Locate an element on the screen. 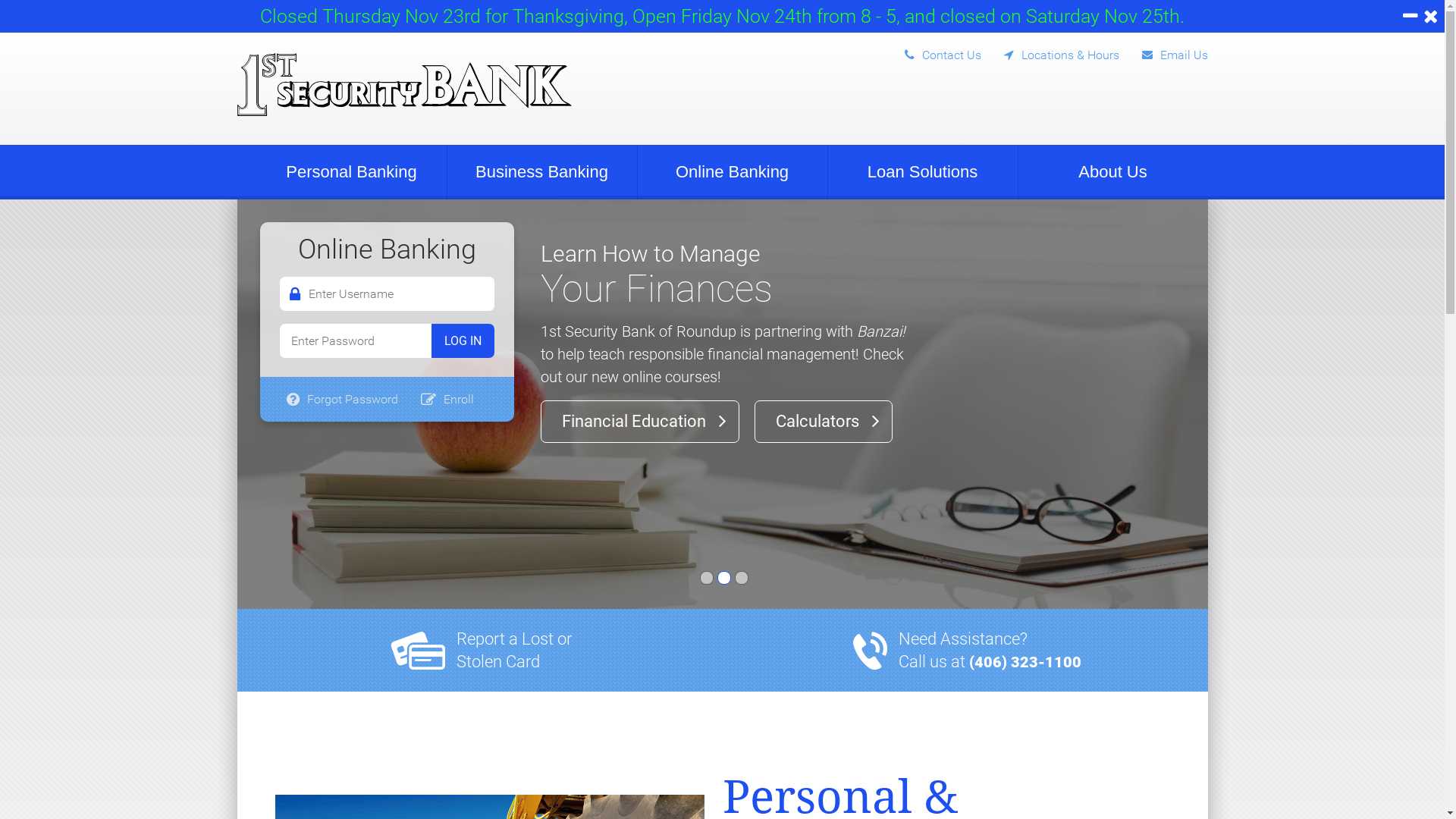 The width and height of the screenshot is (1456, 819). 'Slide-01' is located at coordinates (705, 578).